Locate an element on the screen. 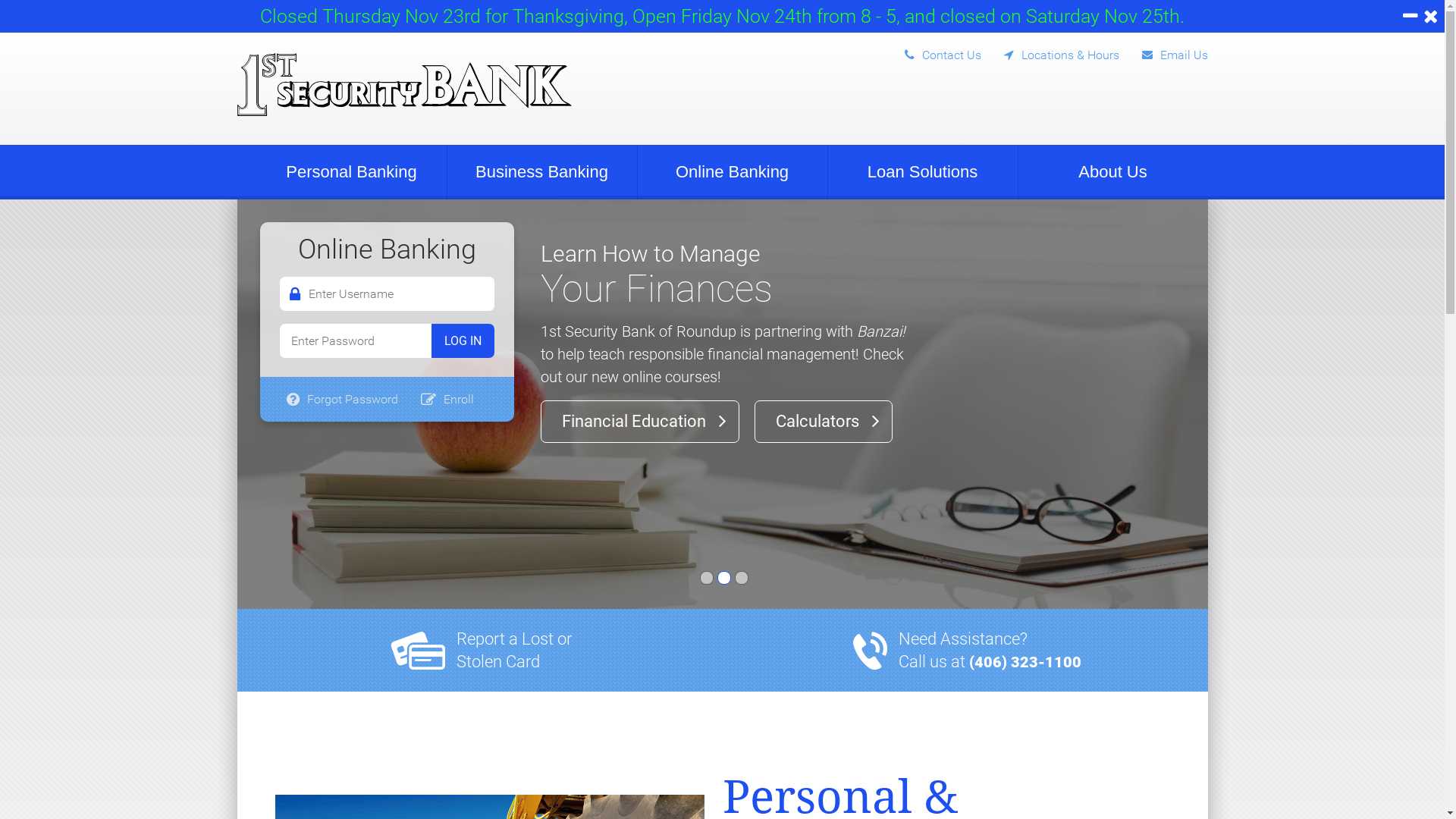 The width and height of the screenshot is (1456, 819). 'Slide-01' is located at coordinates (705, 578).